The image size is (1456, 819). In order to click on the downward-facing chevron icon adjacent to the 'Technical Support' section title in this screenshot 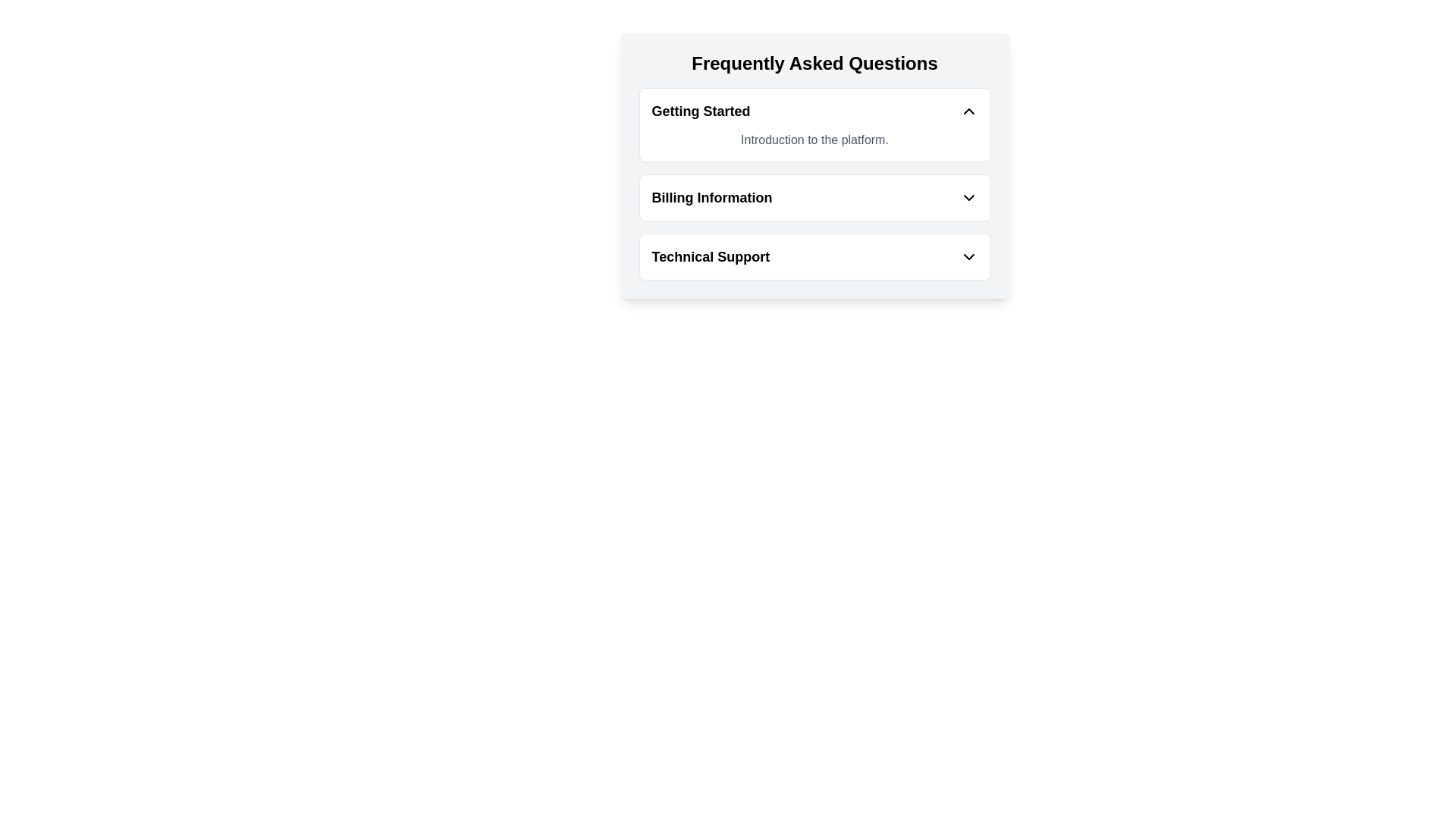, I will do `click(968, 256)`.